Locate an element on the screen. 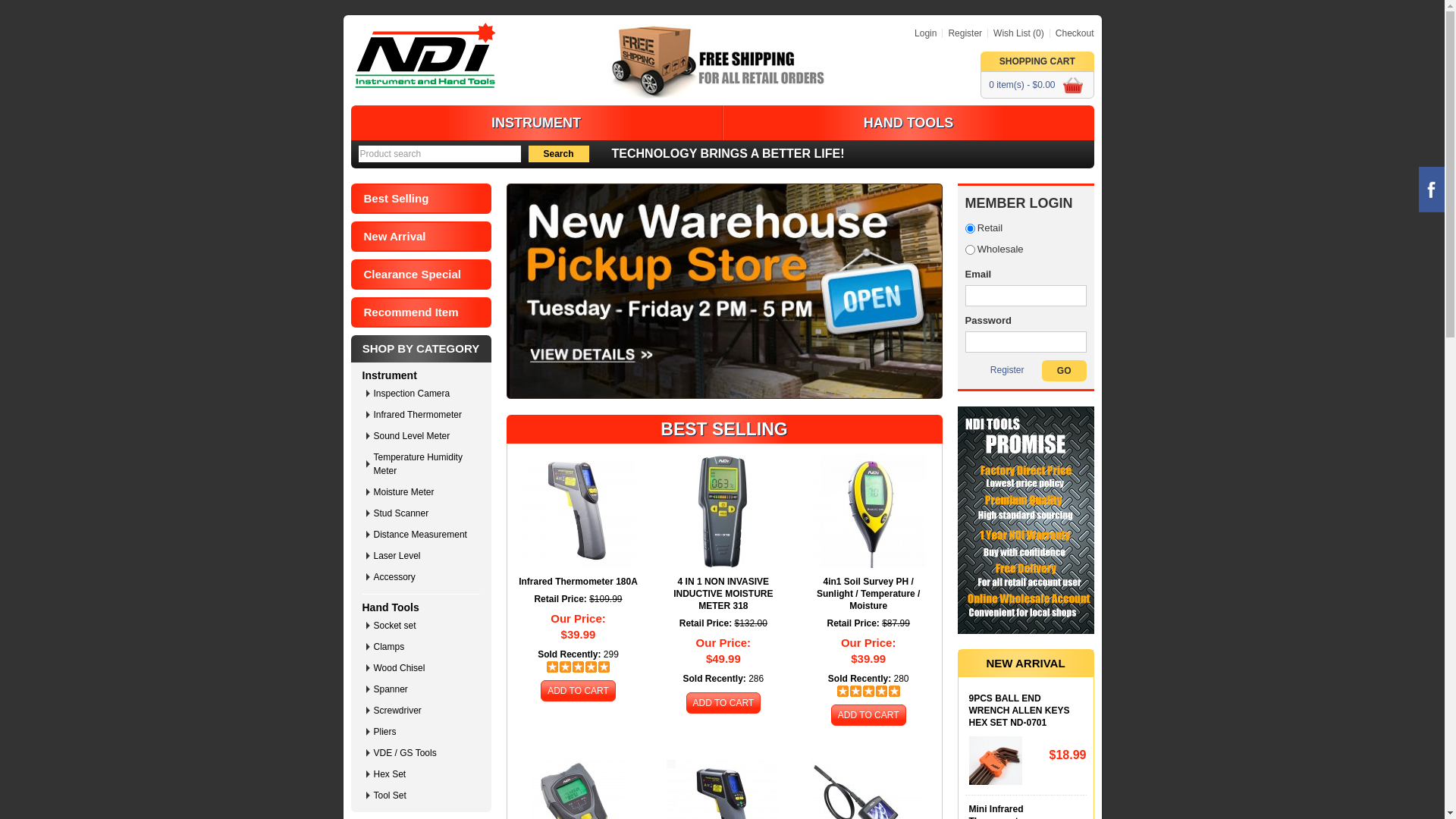 The image size is (1456, 819). 'Distance Measurement' is located at coordinates (424, 534).